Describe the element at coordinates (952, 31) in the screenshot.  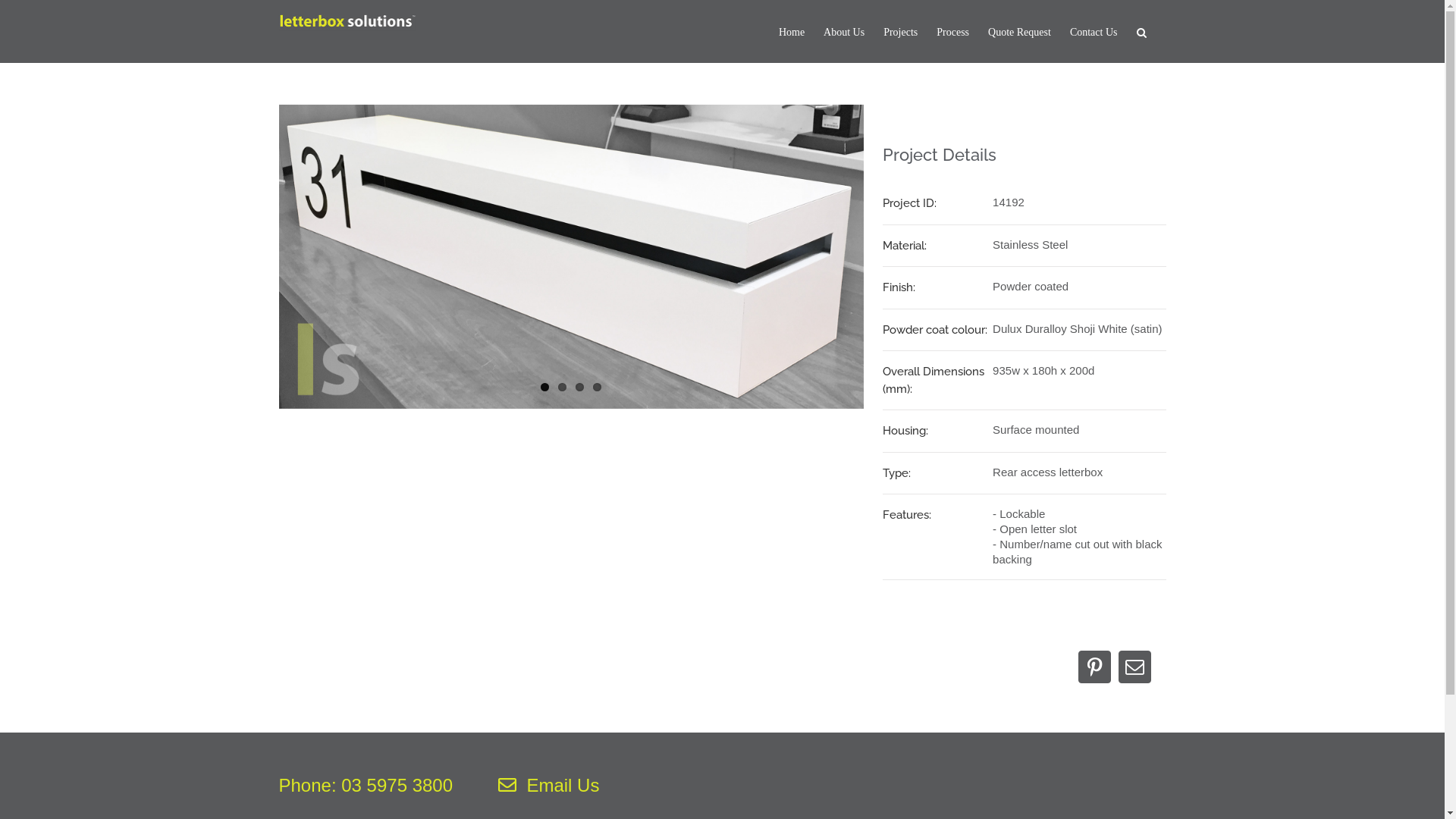
I see `'Process'` at that location.